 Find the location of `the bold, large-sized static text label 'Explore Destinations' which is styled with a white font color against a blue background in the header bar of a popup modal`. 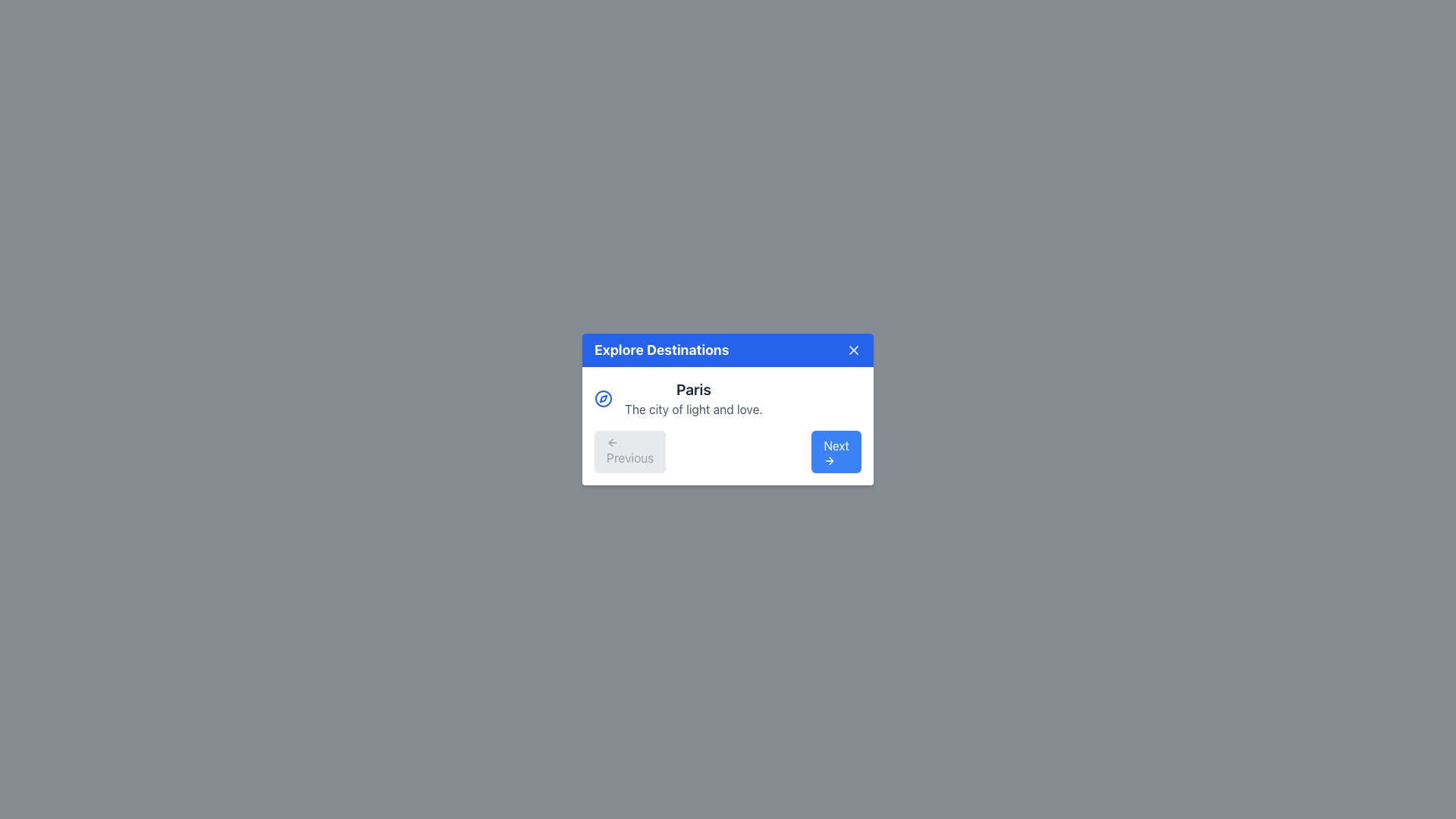

the bold, large-sized static text label 'Explore Destinations' which is styled with a white font color against a blue background in the header bar of a popup modal is located at coordinates (661, 350).